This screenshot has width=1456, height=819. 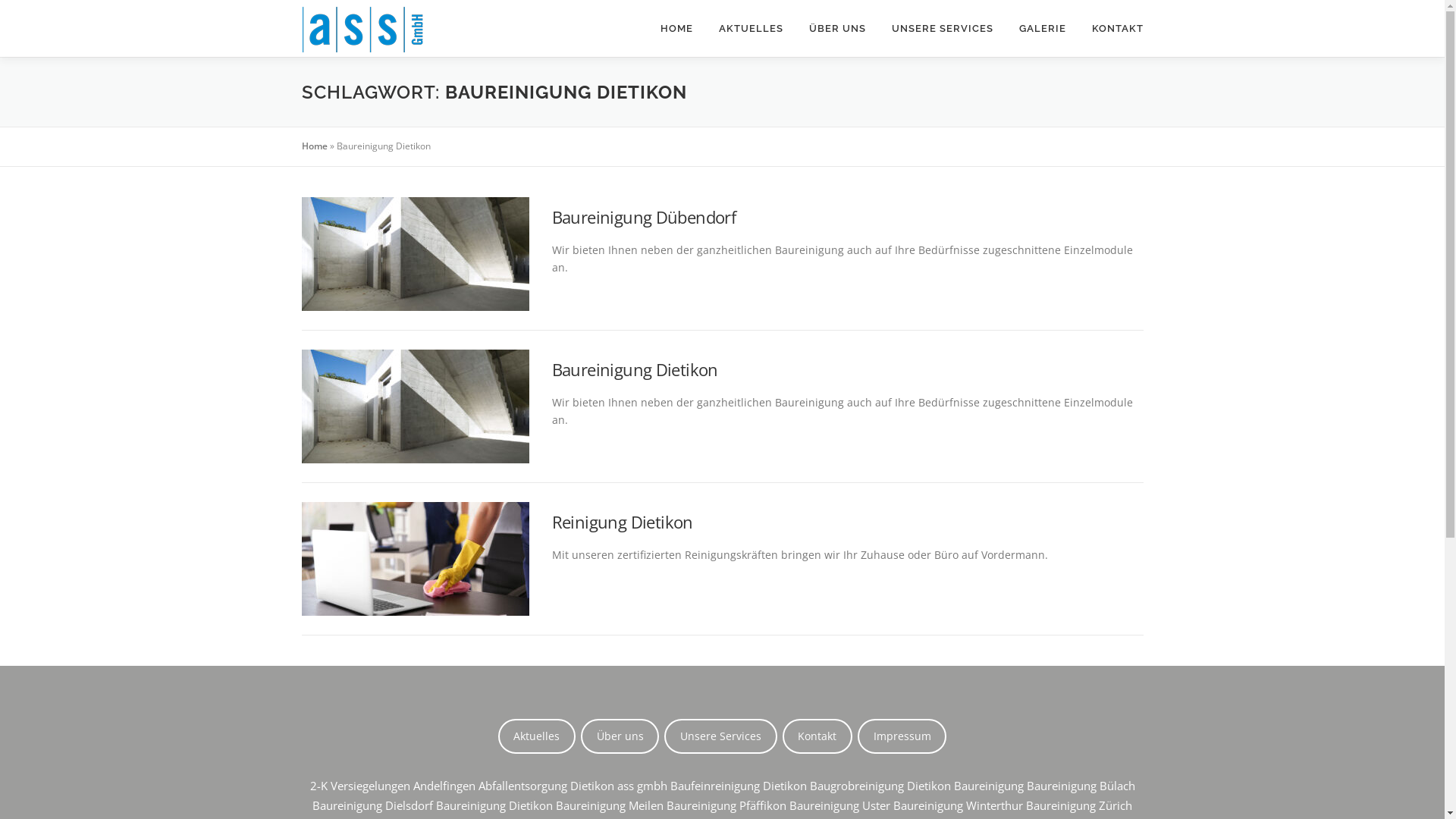 What do you see at coordinates (720, 736) in the screenshot?
I see `'Unsere Services'` at bounding box center [720, 736].